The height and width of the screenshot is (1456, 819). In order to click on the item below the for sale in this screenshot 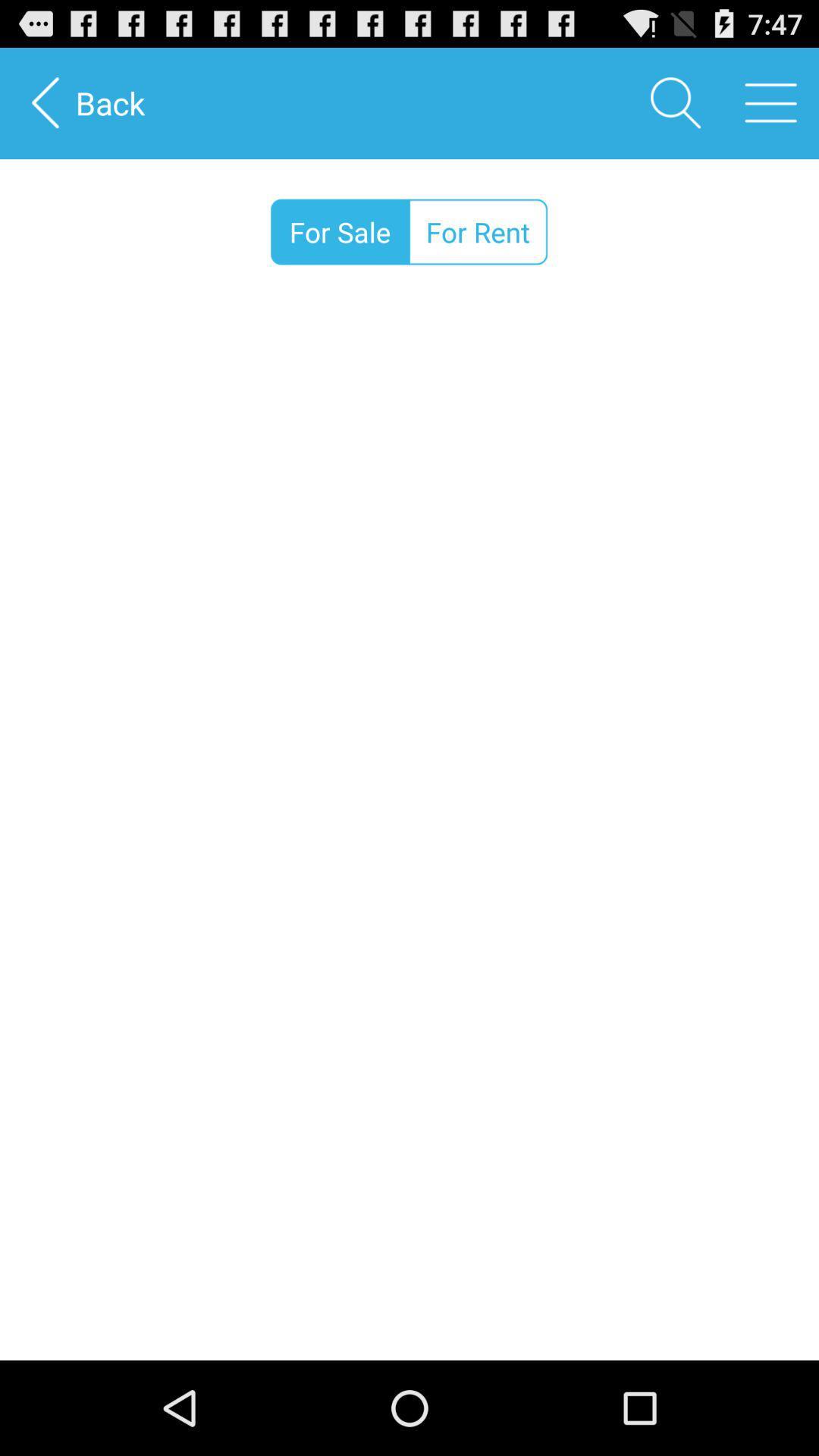, I will do `click(409, 832)`.